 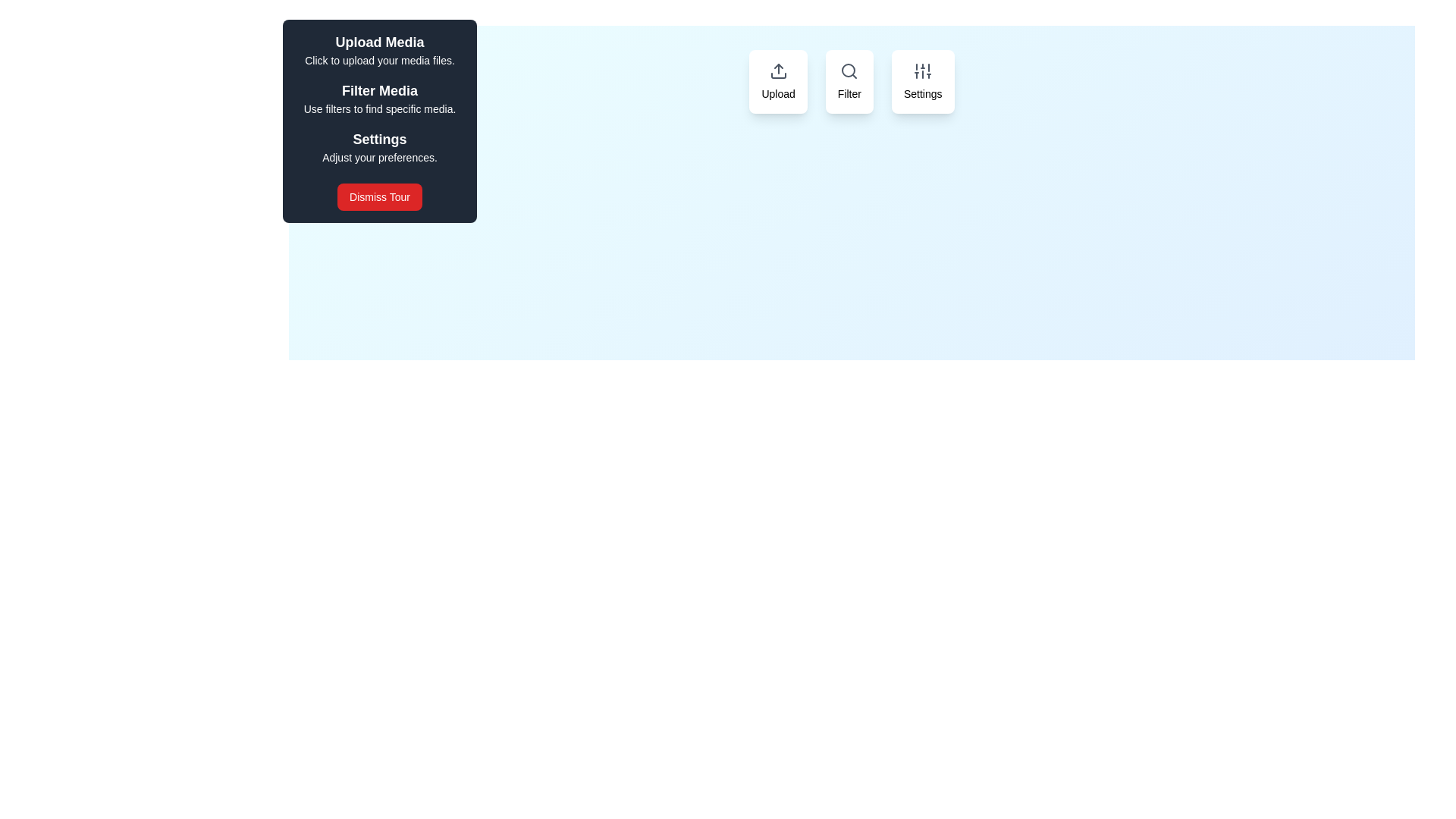 What do you see at coordinates (379, 146) in the screenshot?
I see `the Informative text section that introduces the 'Settings' section, which is centrally located in a dark gray panel on the left side of the display` at bounding box center [379, 146].